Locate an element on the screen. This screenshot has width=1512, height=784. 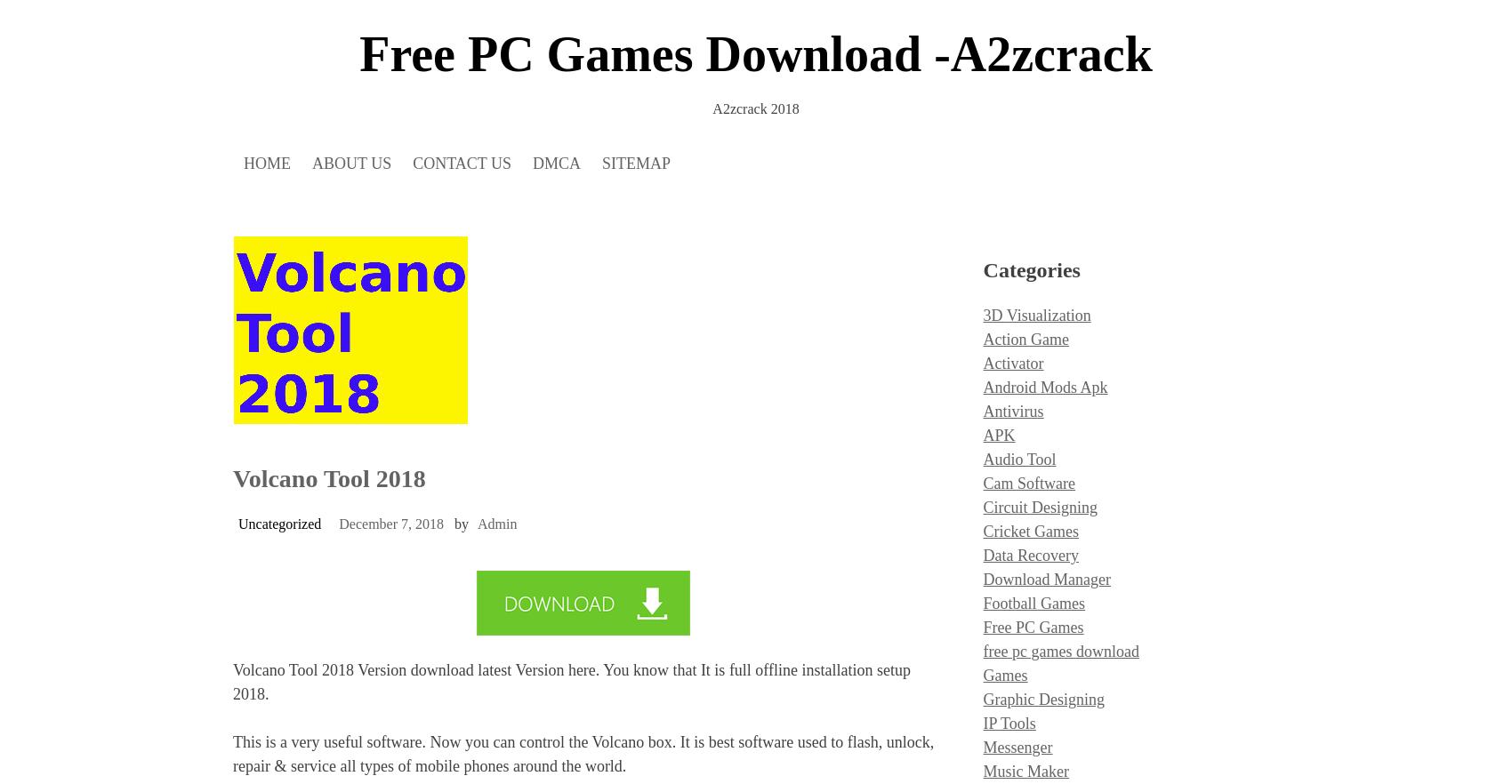
'Web Design Tools' is located at coordinates (983, 441).